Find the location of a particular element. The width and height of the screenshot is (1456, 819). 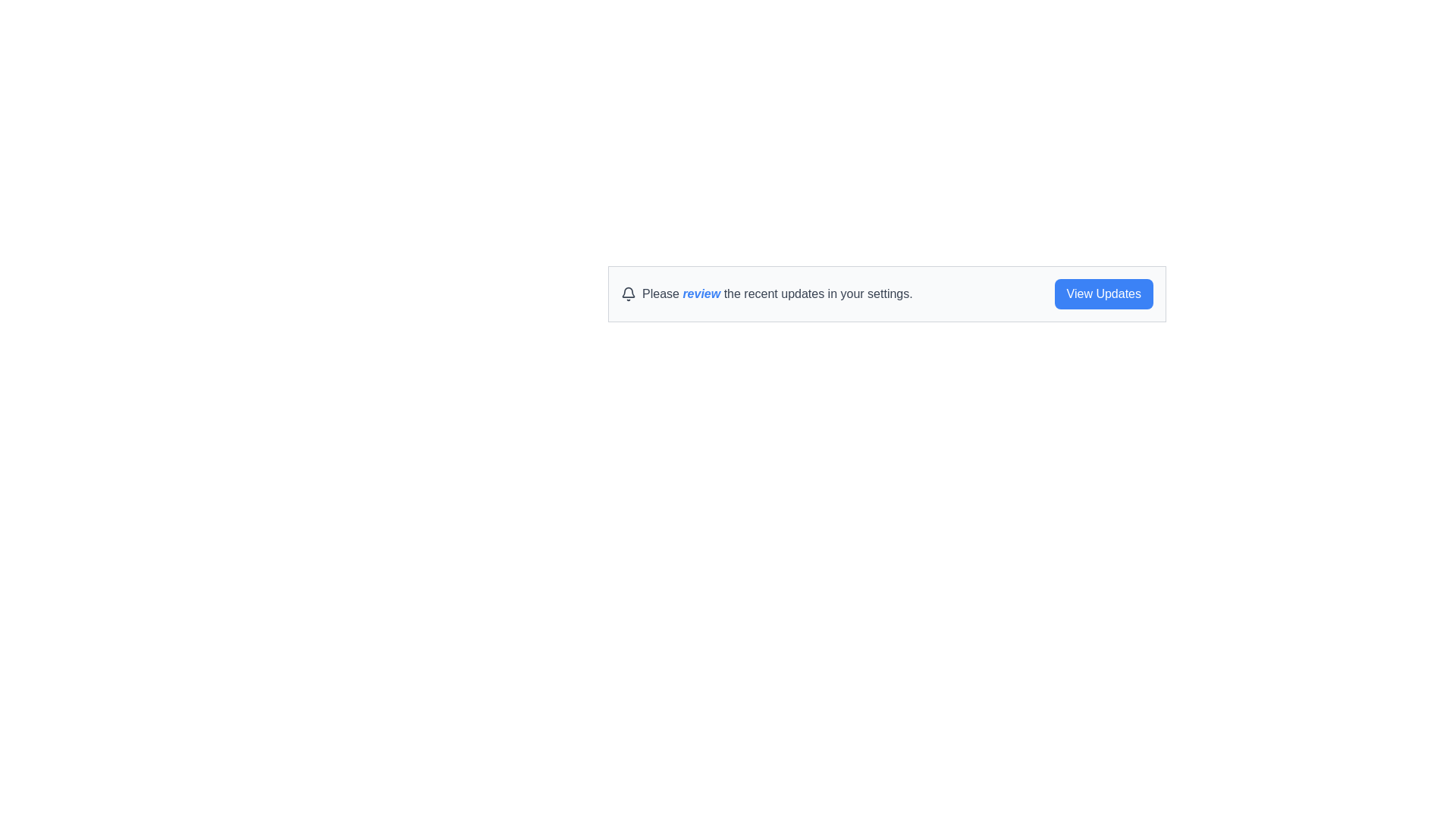

the text block displaying the message 'Please review the recent updates in your settings.' which has the word 'review' highlighted in blue and bold is located at coordinates (777, 294).